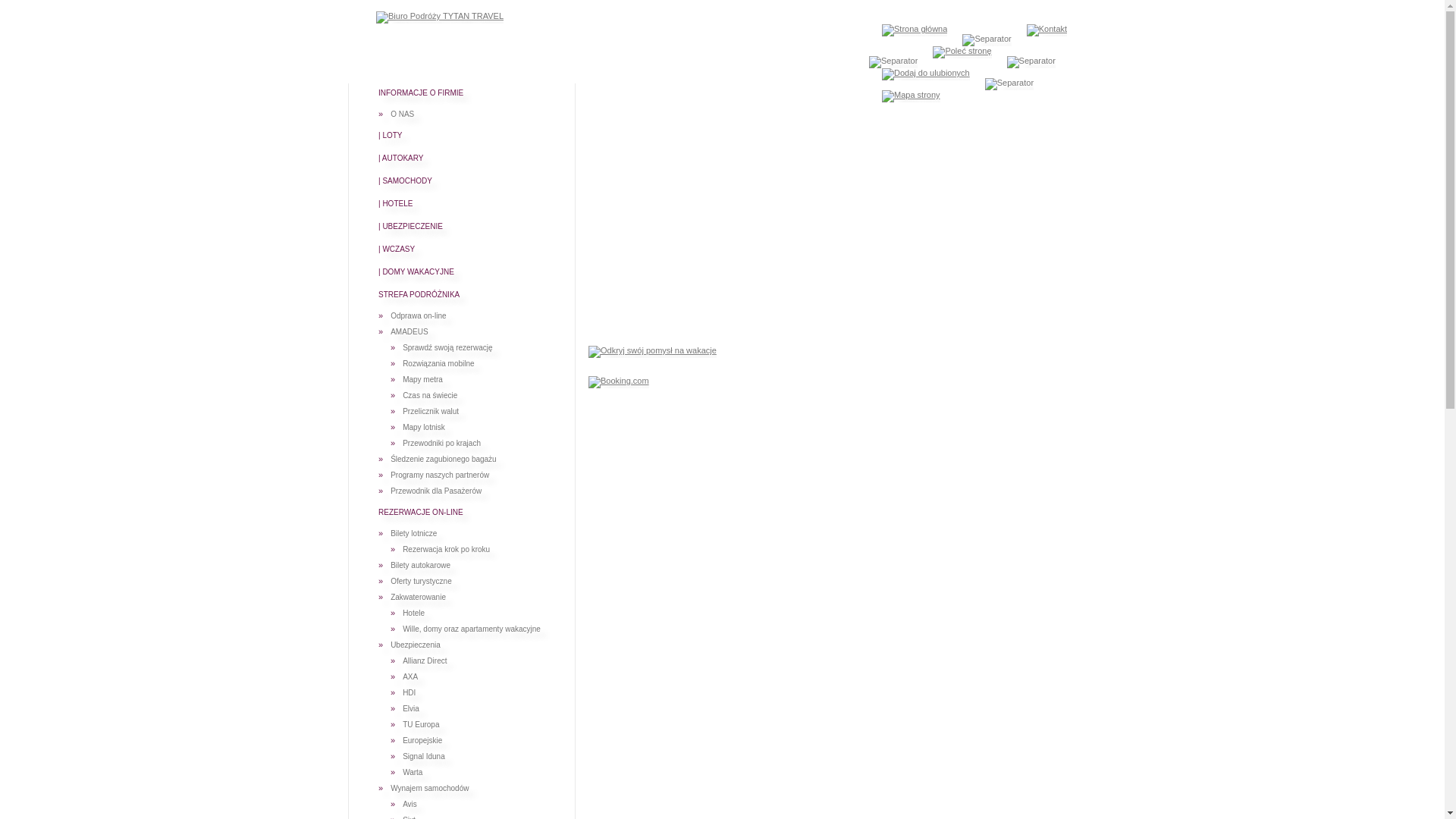 The height and width of the screenshot is (819, 1456). What do you see at coordinates (416, 271) in the screenshot?
I see `'| DOMY WAKACYJNE'` at bounding box center [416, 271].